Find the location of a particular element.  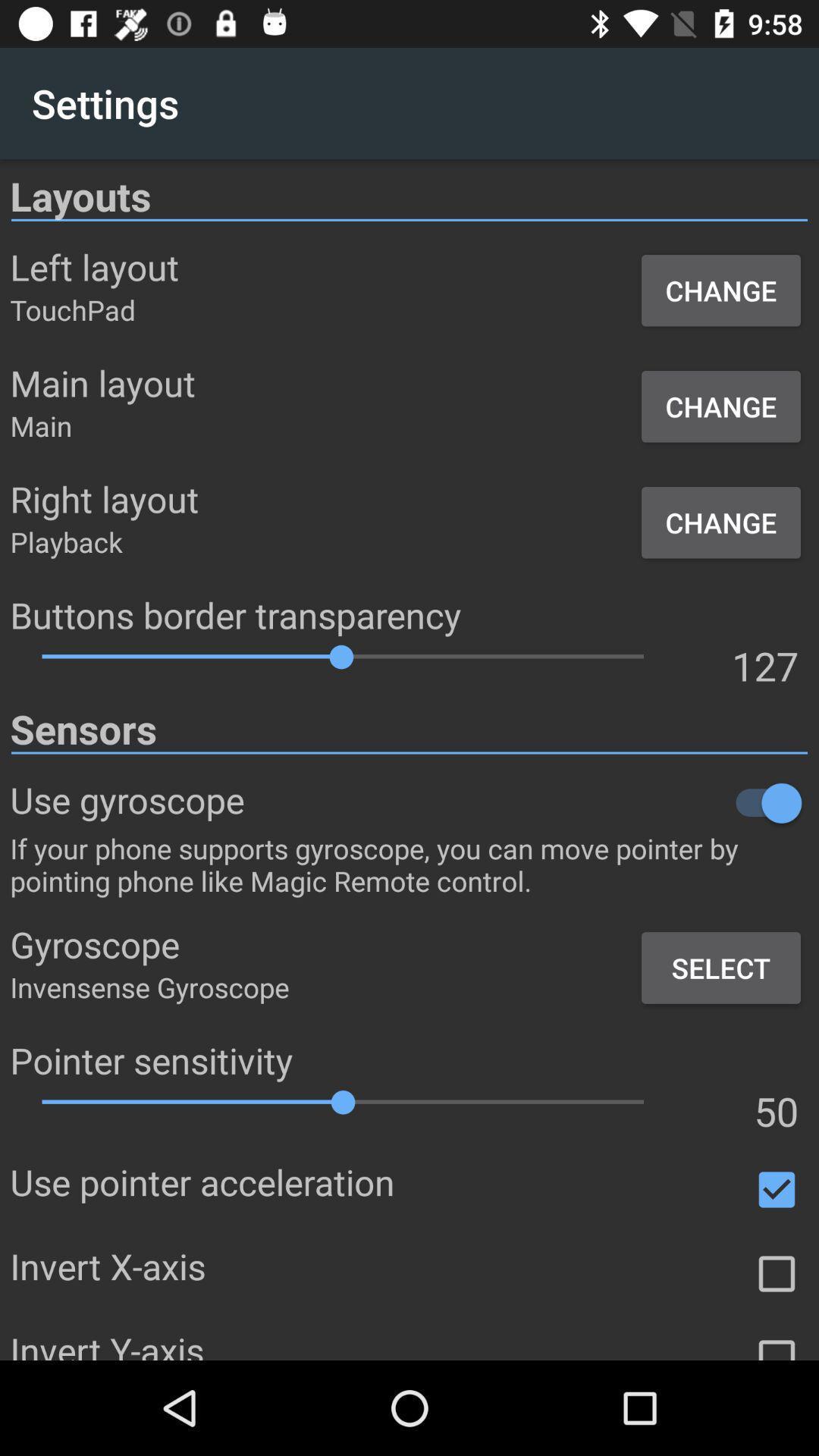

deselect option is located at coordinates (777, 1189).